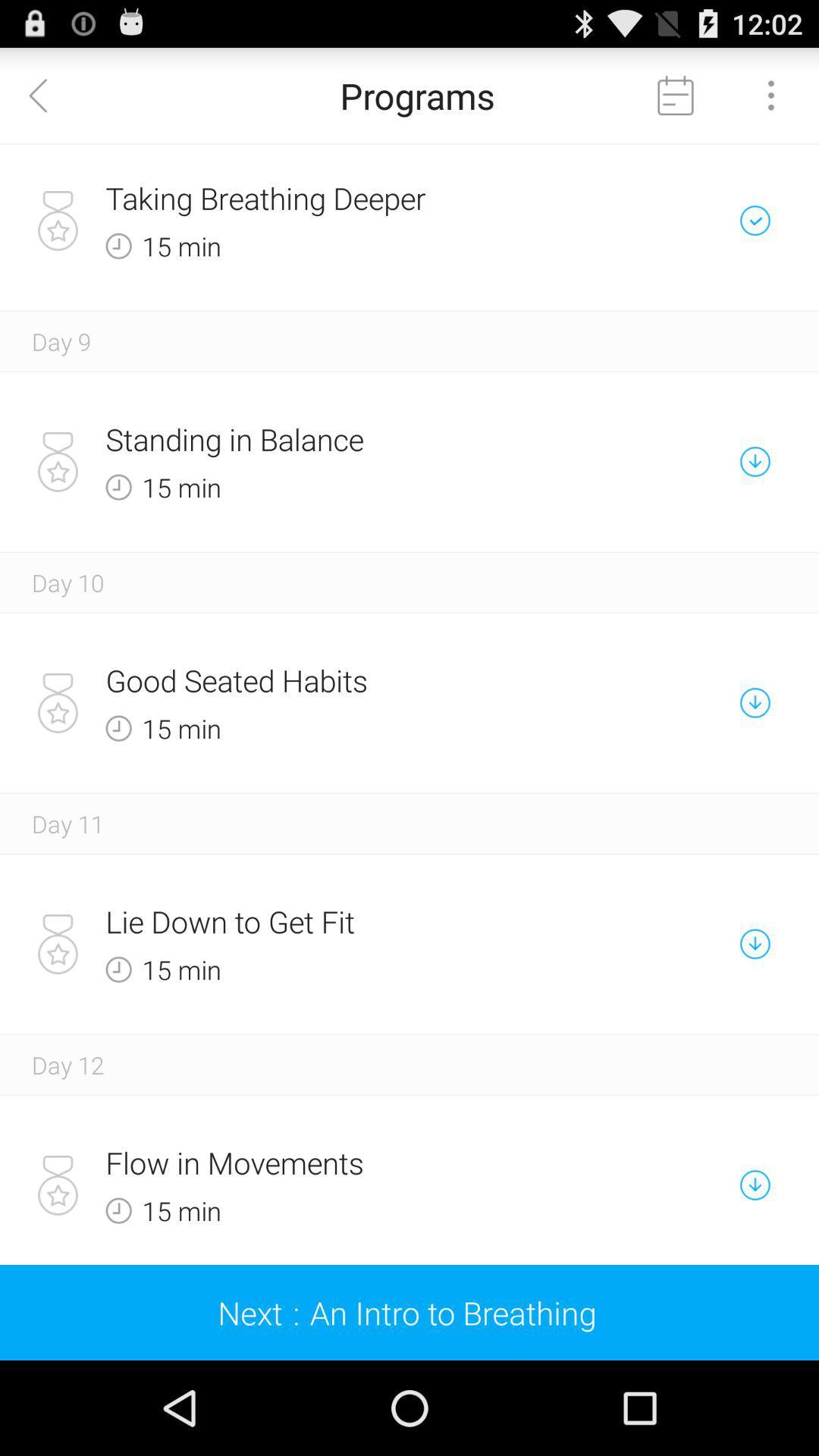  What do you see at coordinates (356, 921) in the screenshot?
I see `item above 15 min icon` at bounding box center [356, 921].